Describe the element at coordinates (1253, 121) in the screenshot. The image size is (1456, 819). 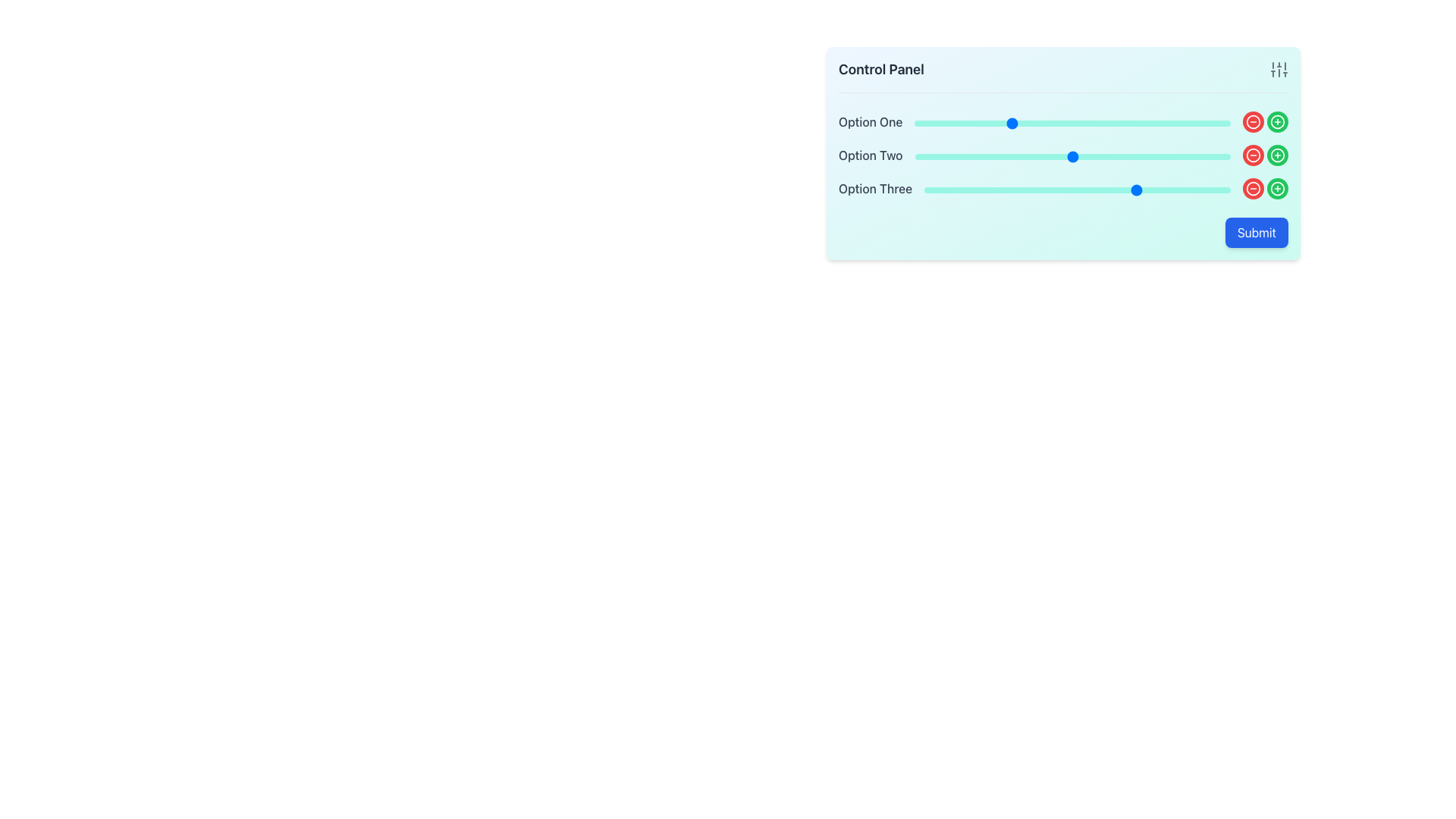
I see `the circular minus button with a red background and white border located in the top-right corner of the 'Option One' row` at that location.